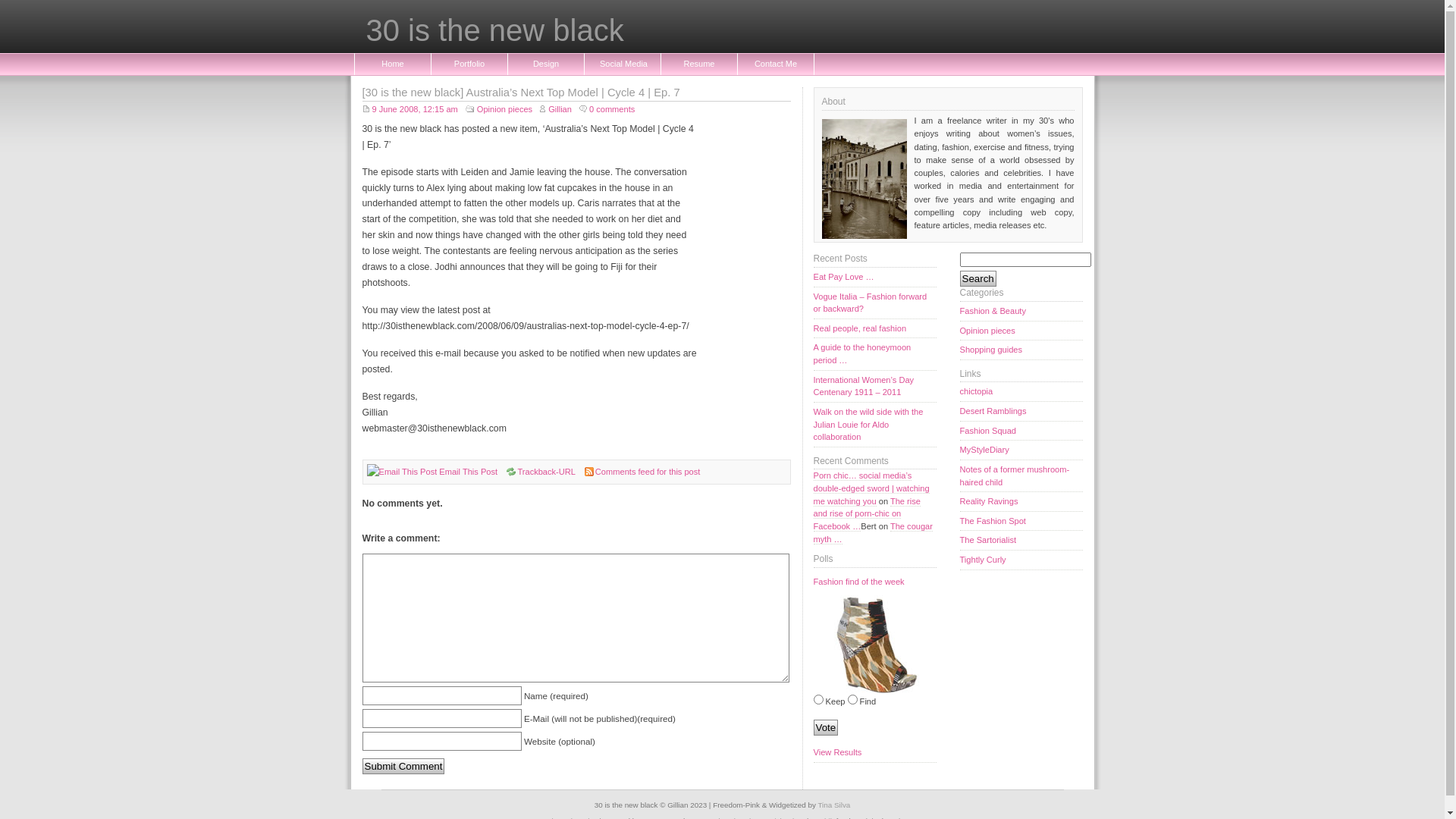 The image size is (1456, 819). What do you see at coordinates (539, 108) in the screenshot?
I see `'Gillian'` at bounding box center [539, 108].